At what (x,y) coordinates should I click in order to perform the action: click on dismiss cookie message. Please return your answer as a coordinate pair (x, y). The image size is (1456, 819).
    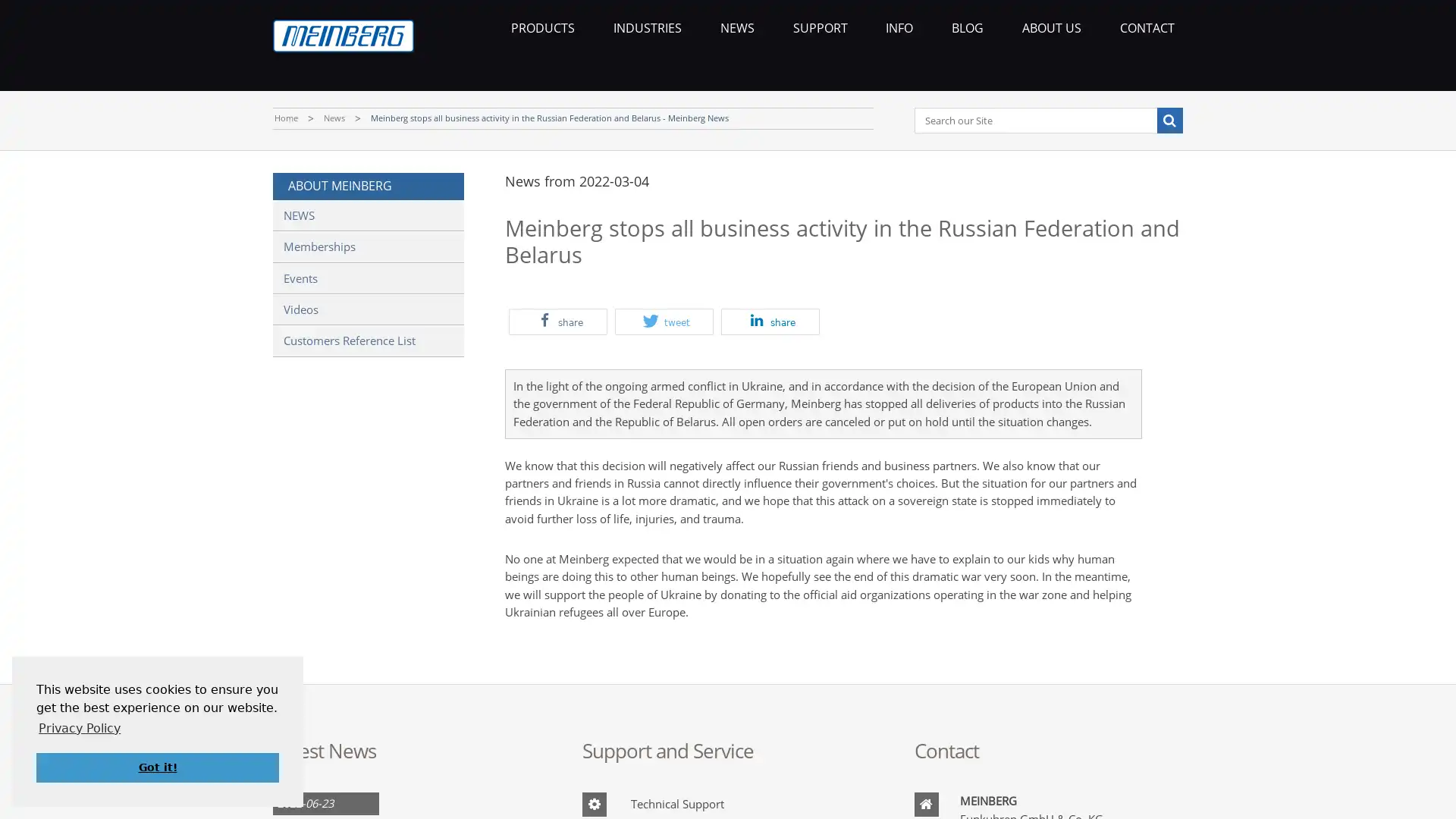
    Looking at the image, I should click on (157, 767).